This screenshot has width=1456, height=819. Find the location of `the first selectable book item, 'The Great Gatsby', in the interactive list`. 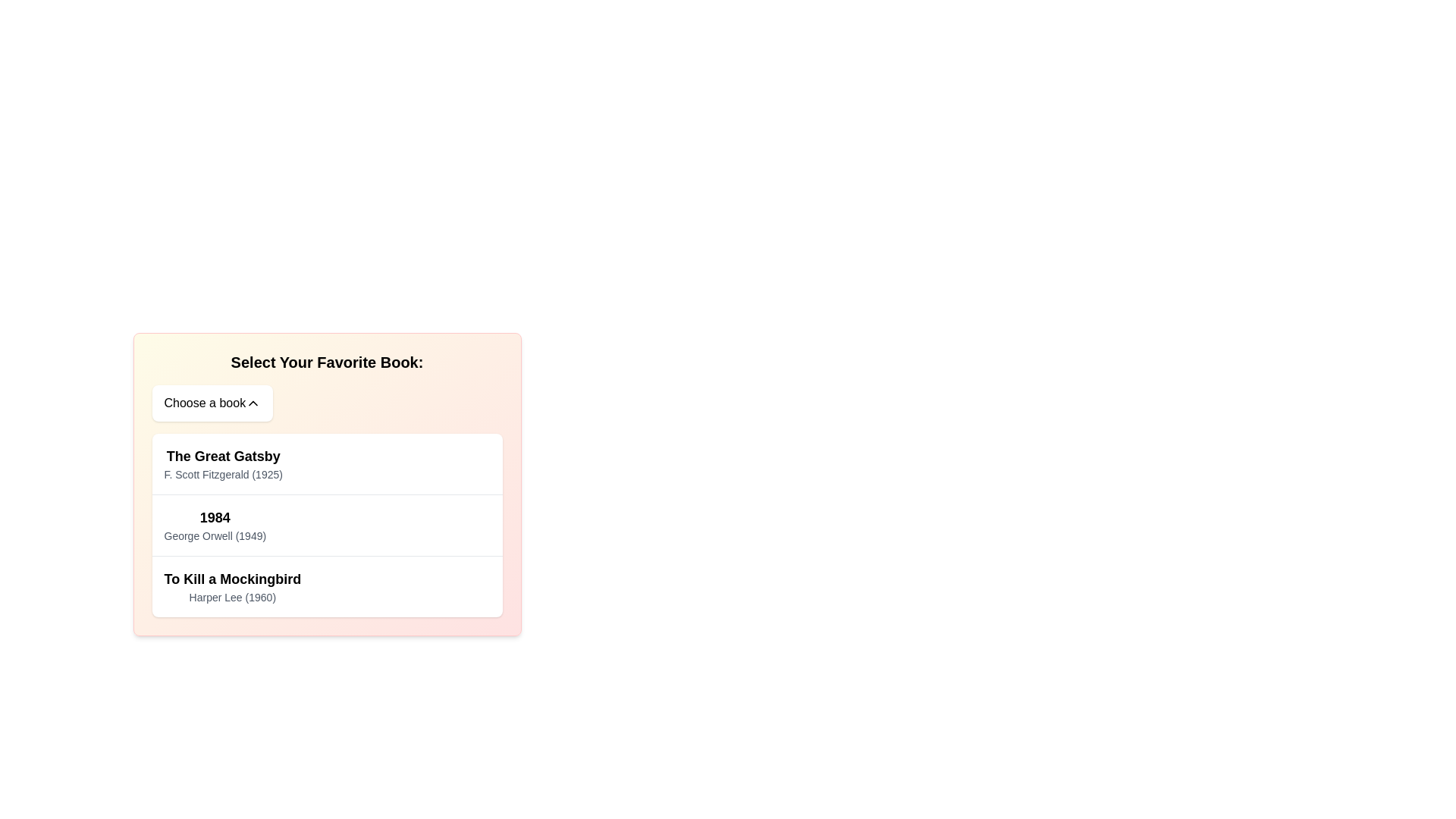

the first selectable book item, 'The Great Gatsby', in the interactive list is located at coordinates (326, 463).